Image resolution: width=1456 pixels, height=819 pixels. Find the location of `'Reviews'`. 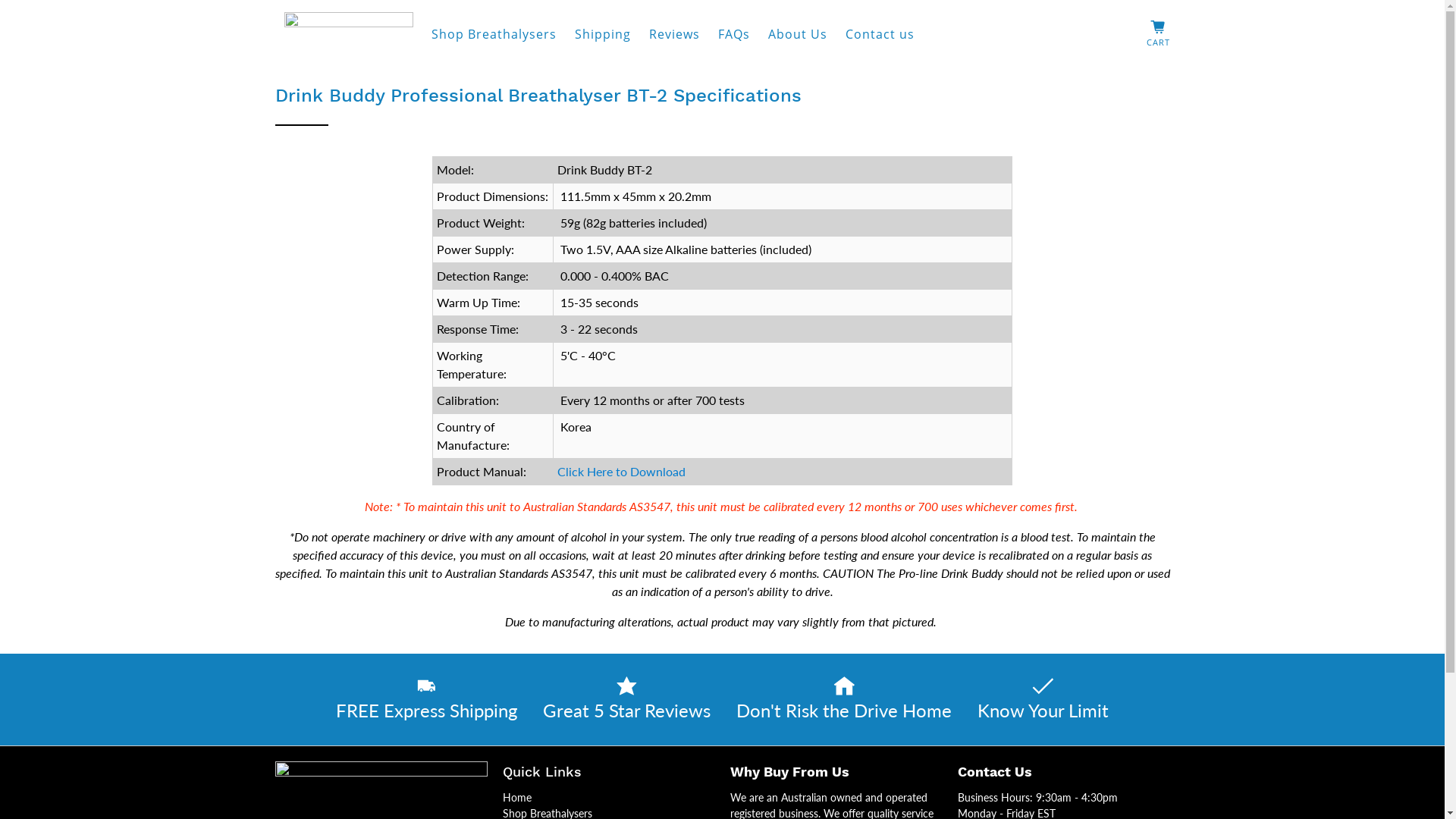

'Reviews' is located at coordinates (673, 34).